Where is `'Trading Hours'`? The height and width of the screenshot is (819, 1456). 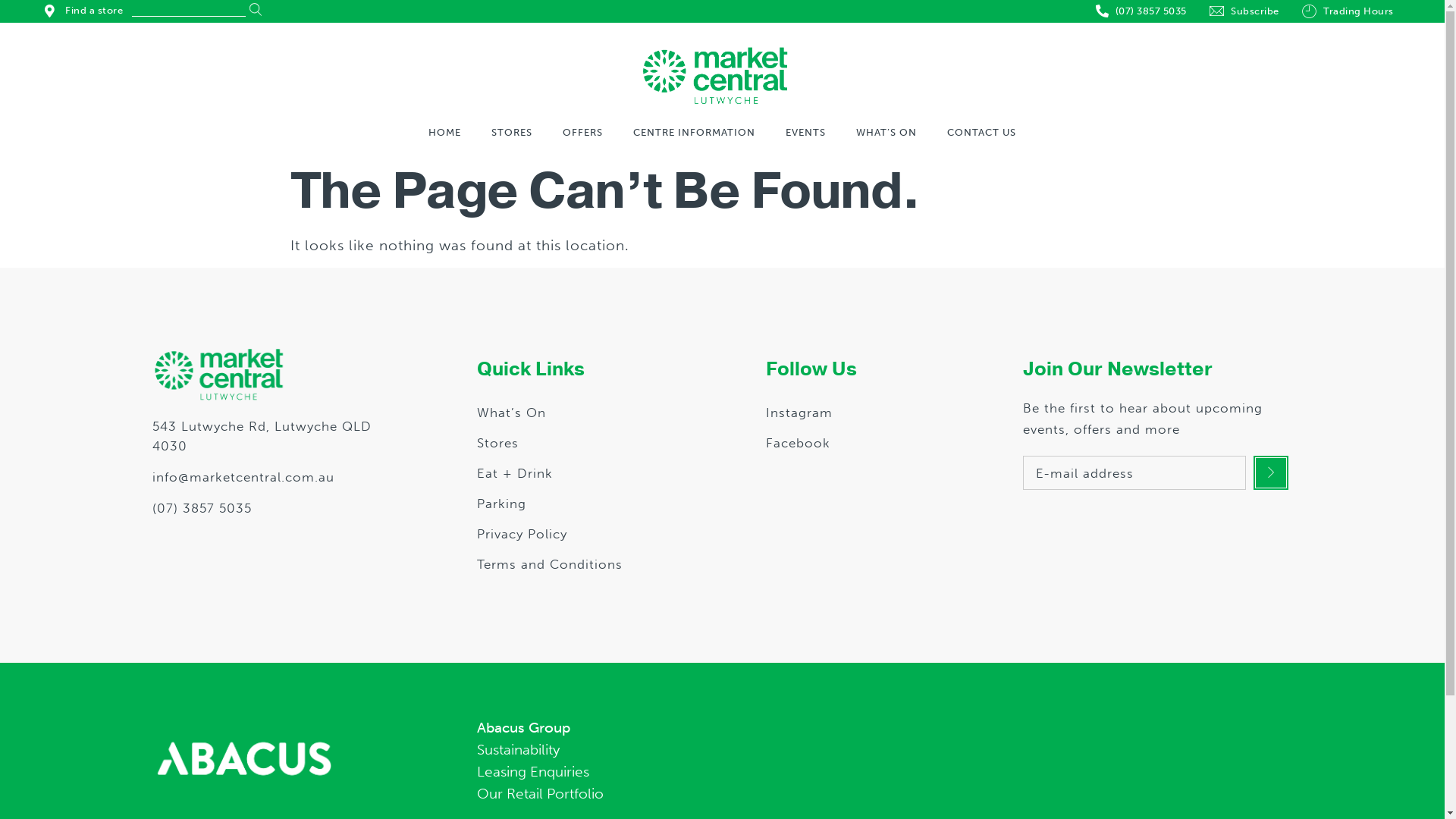
'Trading Hours' is located at coordinates (1348, 11).